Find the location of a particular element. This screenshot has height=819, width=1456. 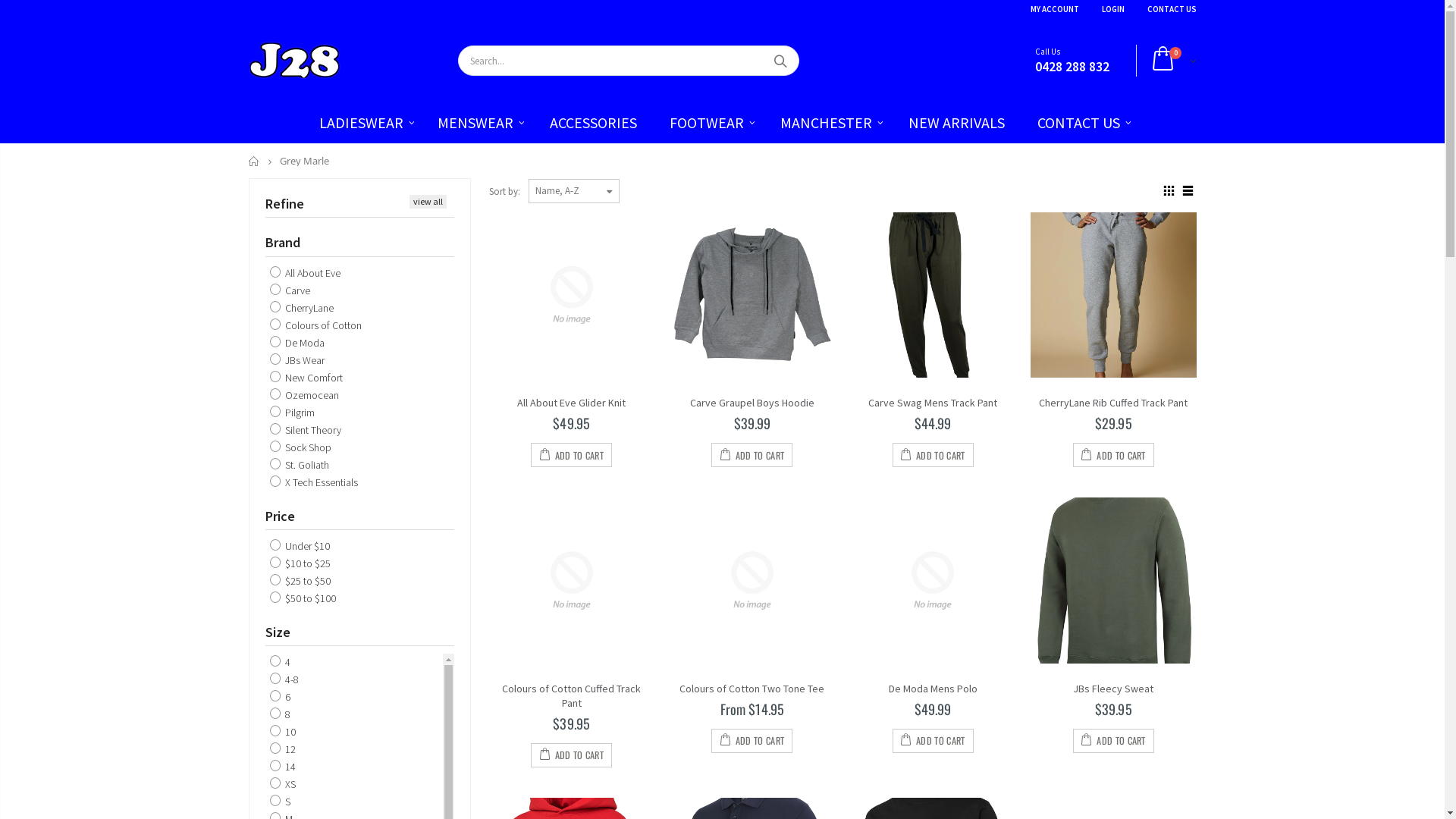

'MENSWEAR' is located at coordinates (475, 122).